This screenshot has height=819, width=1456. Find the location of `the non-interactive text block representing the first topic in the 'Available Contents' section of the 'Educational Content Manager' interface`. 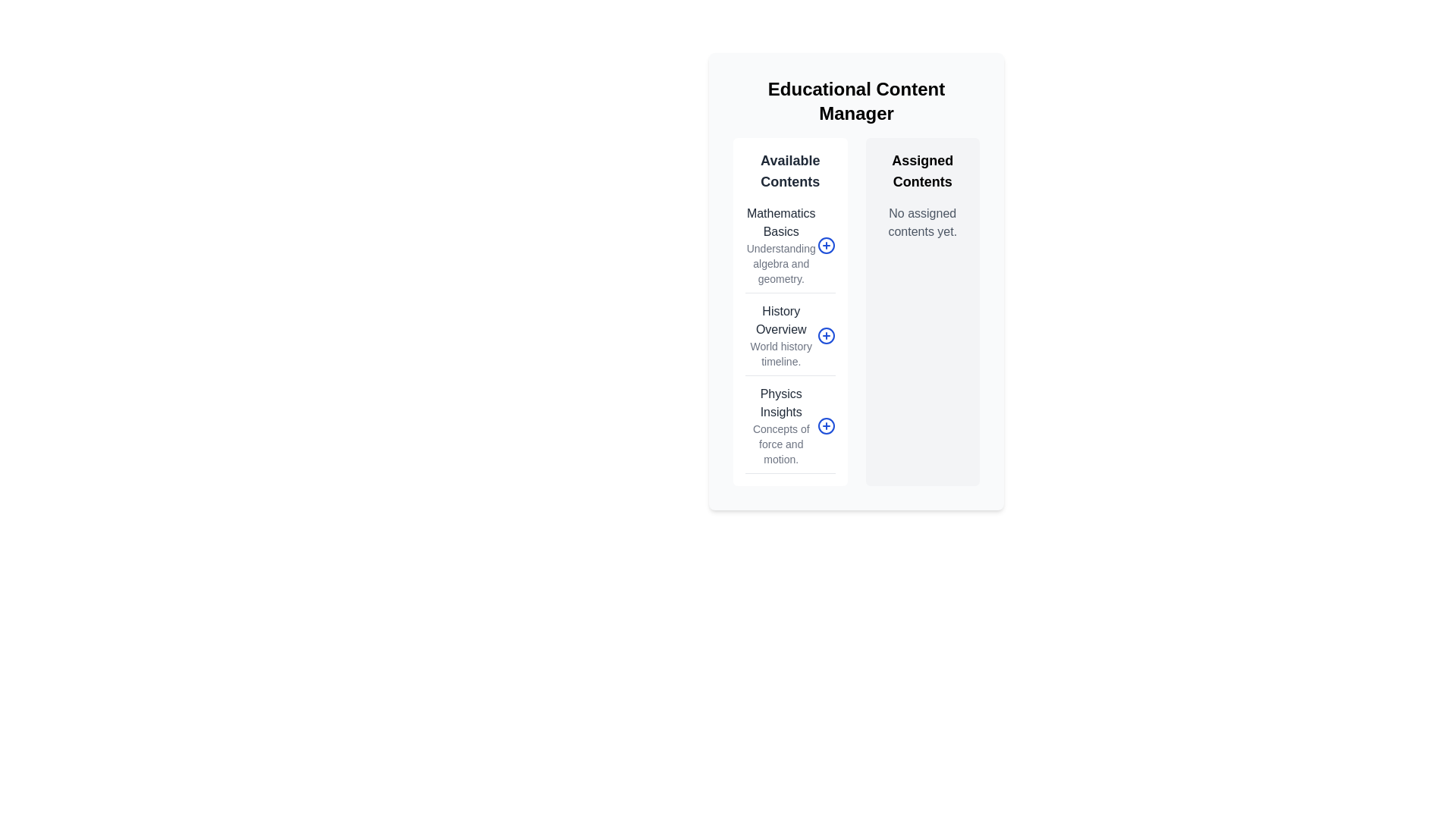

the non-interactive text block representing the first topic in the 'Available Contents' section of the 'Educational Content Manager' interface is located at coordinates (781, 245).